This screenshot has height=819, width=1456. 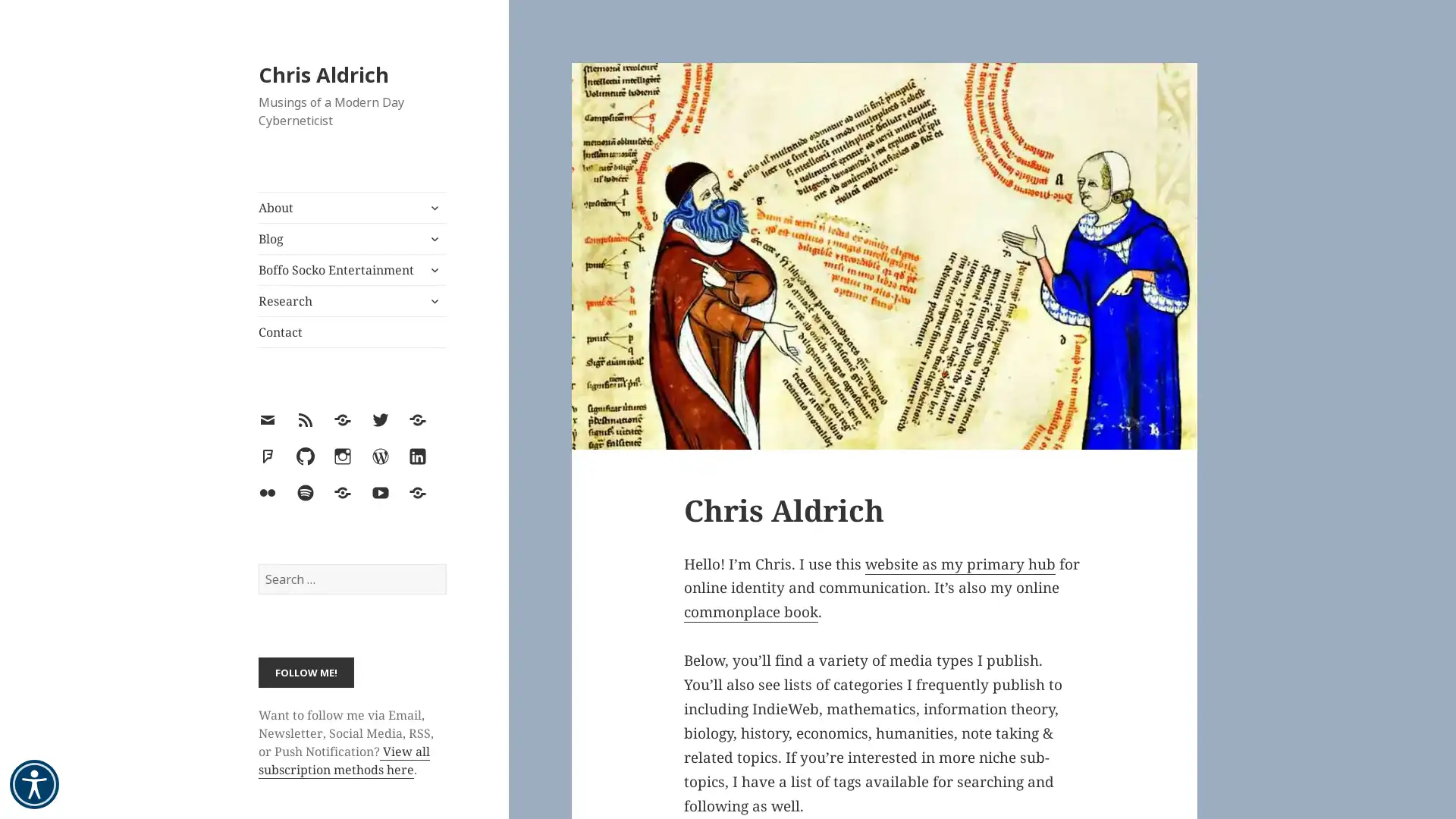 I want to click on expand child menu, so click(x=432, y=207).